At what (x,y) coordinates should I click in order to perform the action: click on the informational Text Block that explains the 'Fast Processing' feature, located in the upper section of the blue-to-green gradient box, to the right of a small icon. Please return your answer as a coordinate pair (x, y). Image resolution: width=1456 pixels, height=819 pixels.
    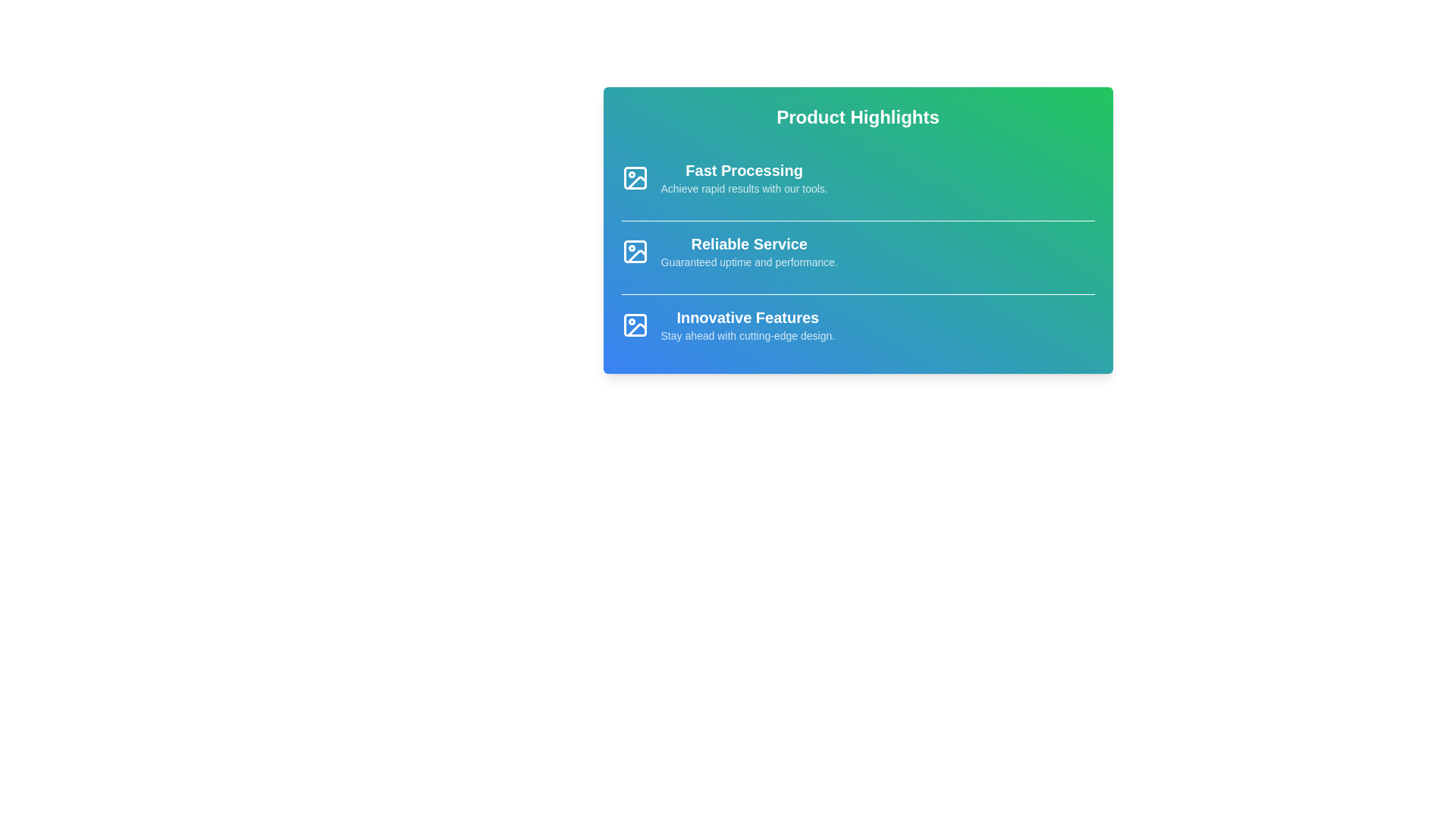
    Looking at the image, I should click on (744, 177).